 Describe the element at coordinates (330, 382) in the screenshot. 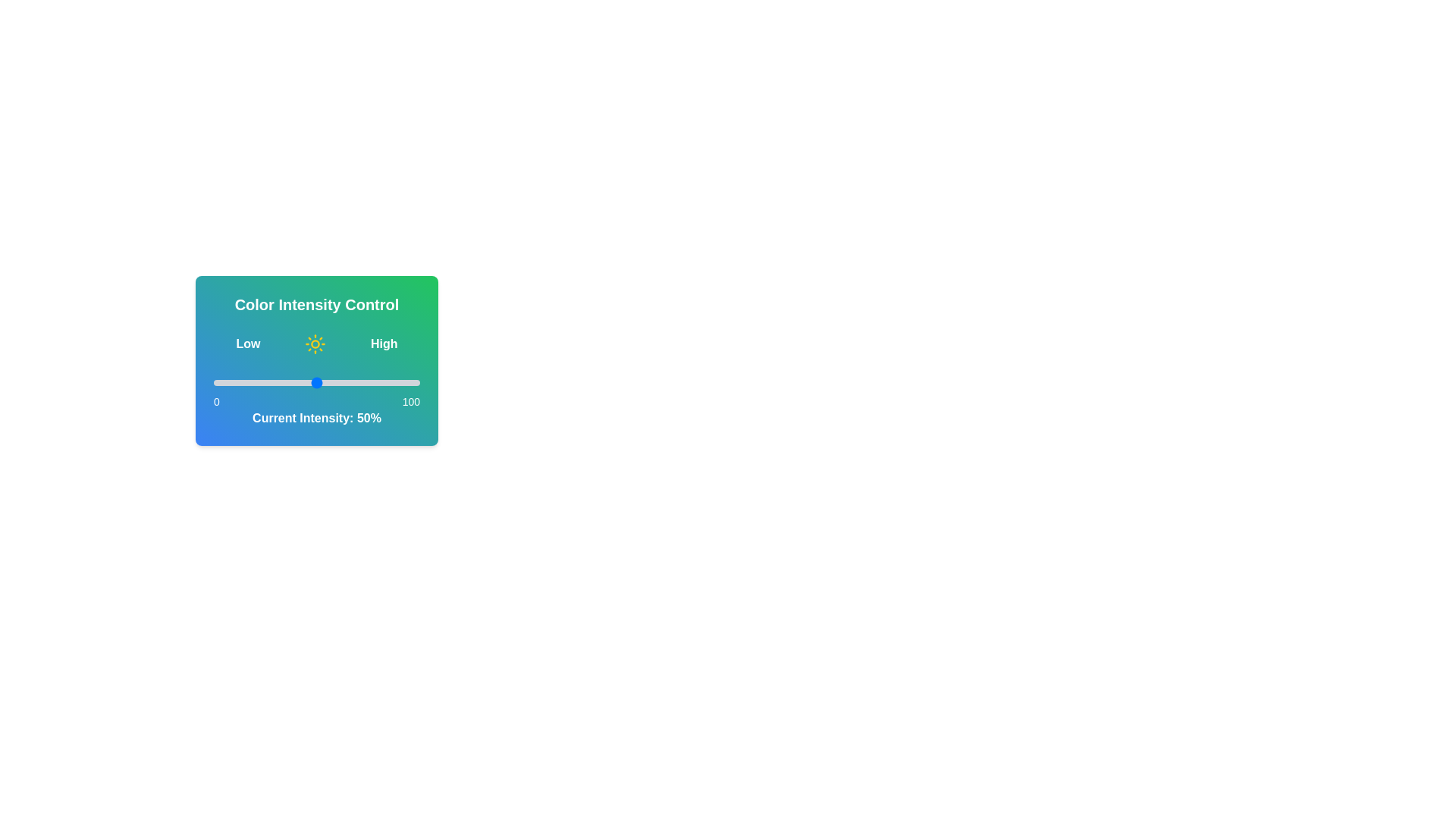

I see `the intensity value` at that location.